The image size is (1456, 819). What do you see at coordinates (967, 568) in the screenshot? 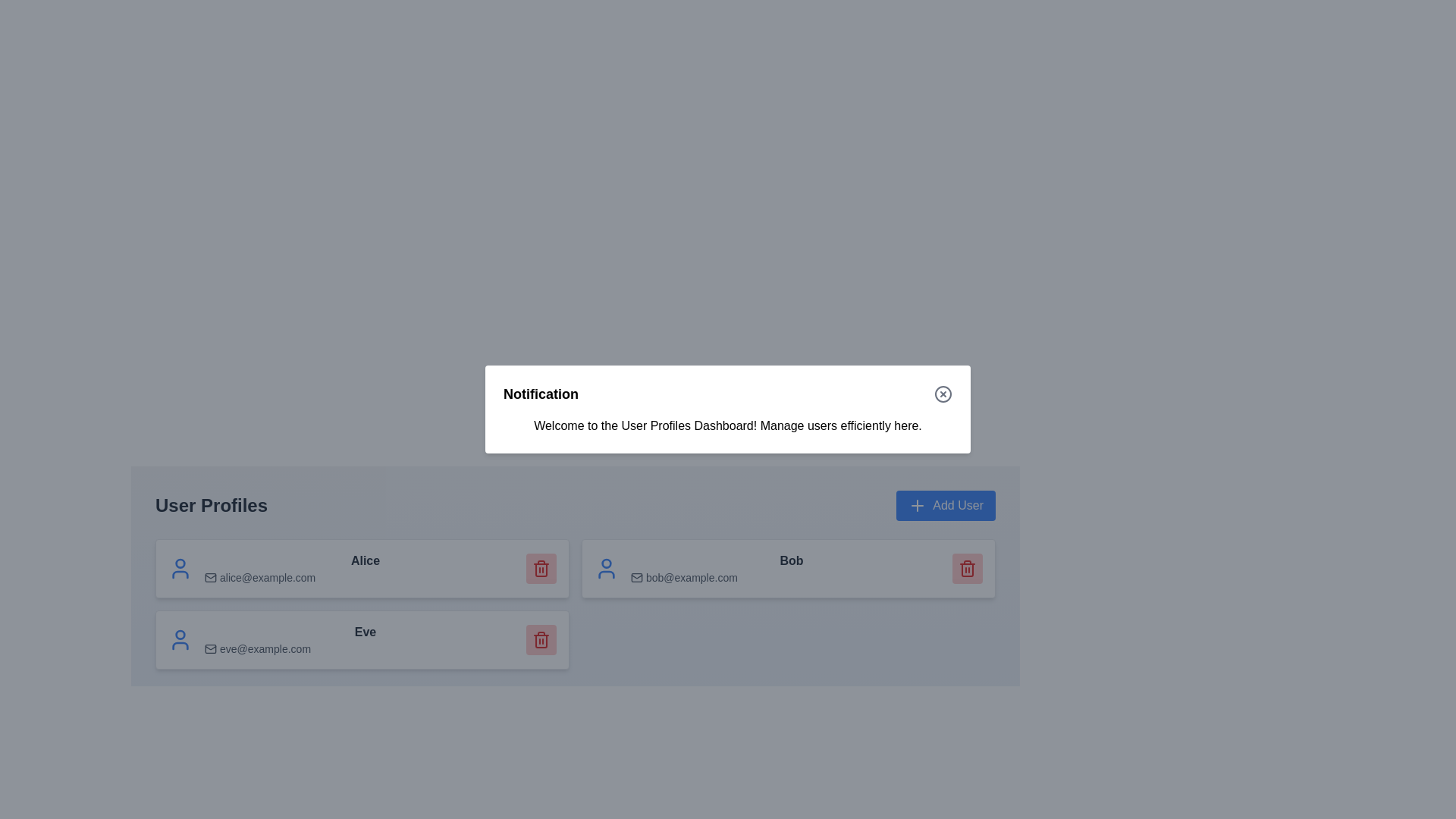
I see `the Delete button with an icon for the user profile of 'Bob'` at bounding box center [967, 568].